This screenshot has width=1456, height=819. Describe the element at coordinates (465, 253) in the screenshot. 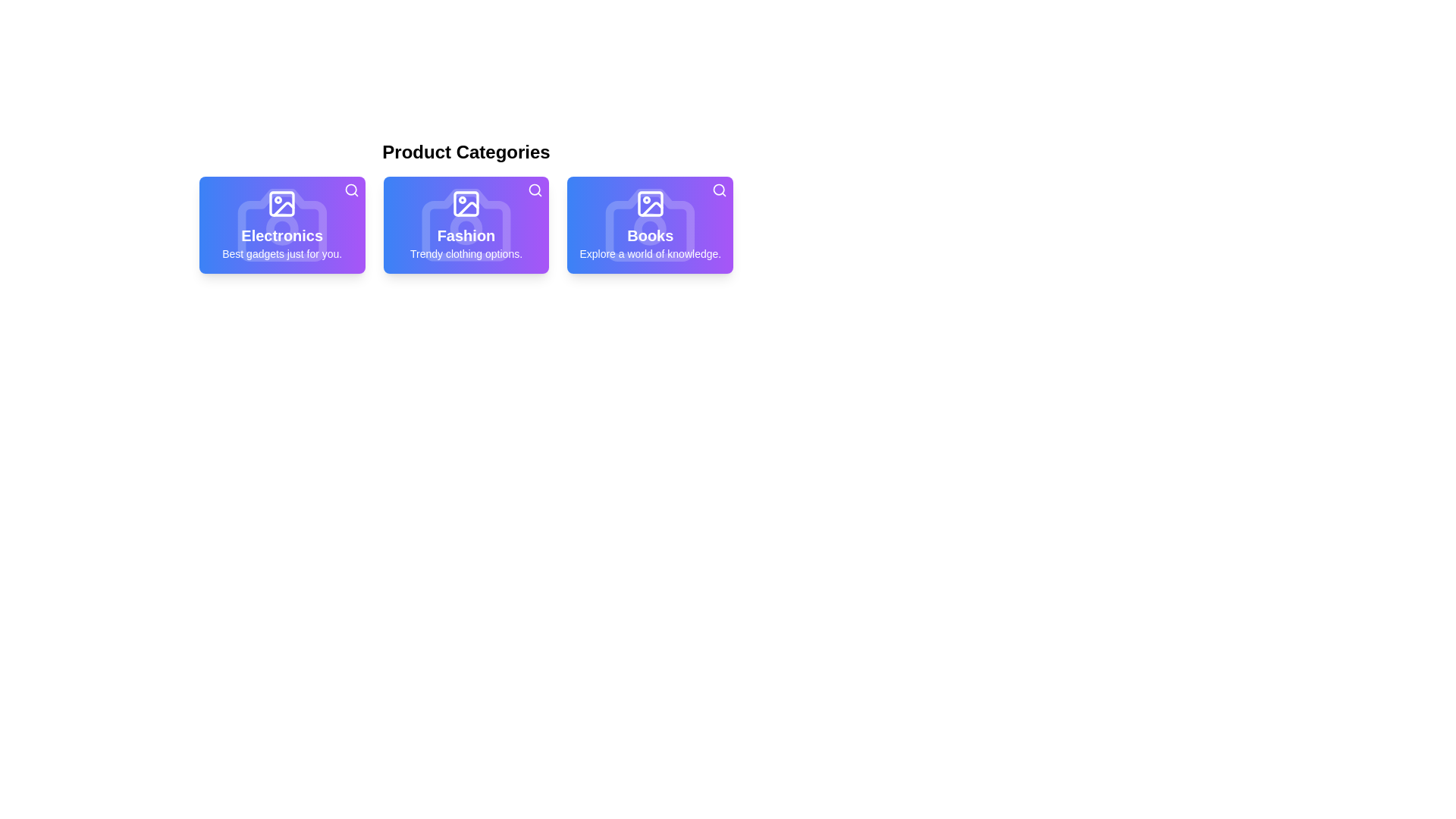

I see `the Text Label that displays 'Trendy clothing options.' which is styled with a white font on a purple background, located under the heading 'Fashion'` at that location.